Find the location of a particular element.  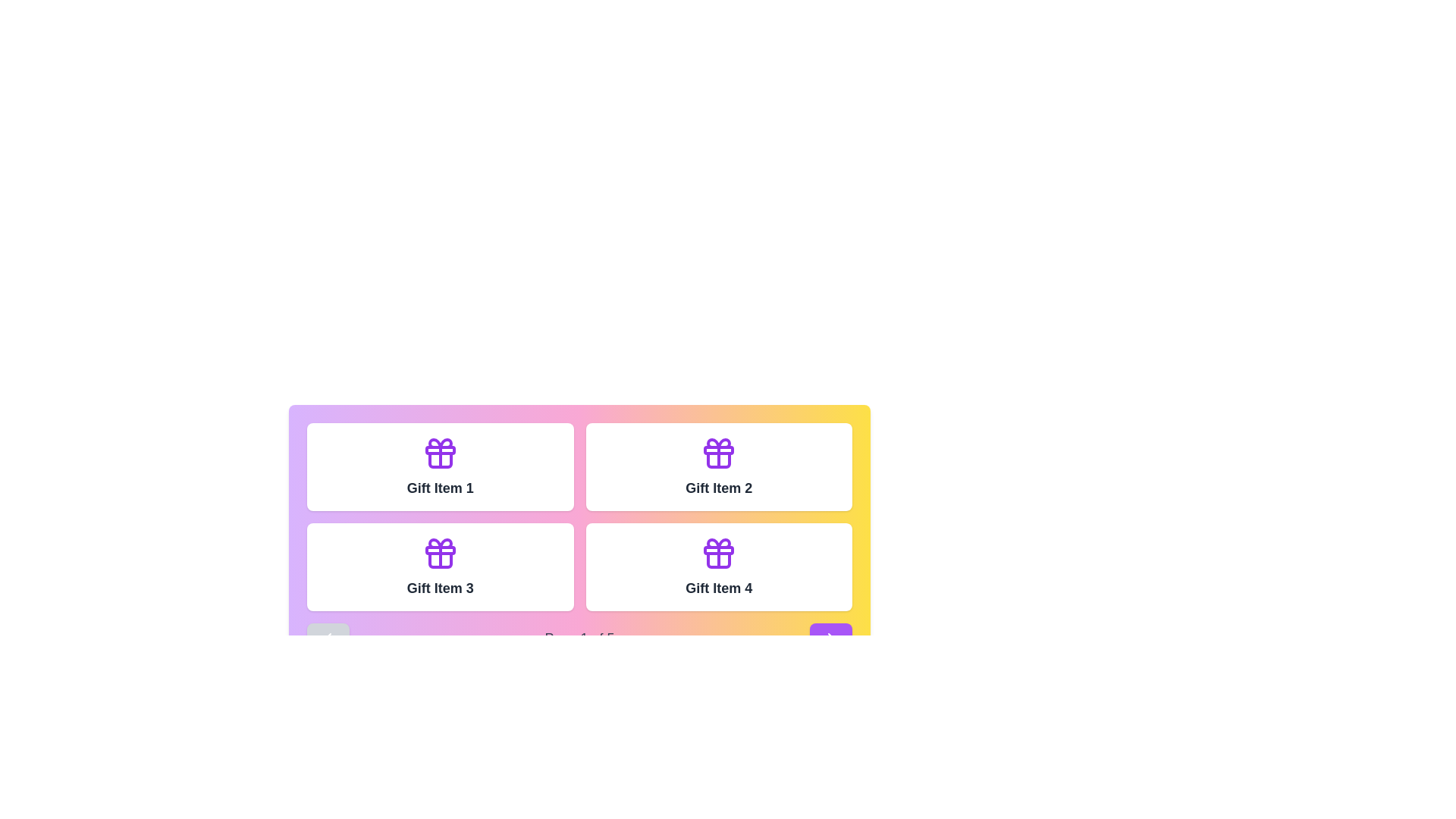

the decorative purple ribbon bar of the gift box icon for 'Gift Item 3', which is located in the lower-left quadrant of a 2x2 grid layout is located at coordinates (439, 550).